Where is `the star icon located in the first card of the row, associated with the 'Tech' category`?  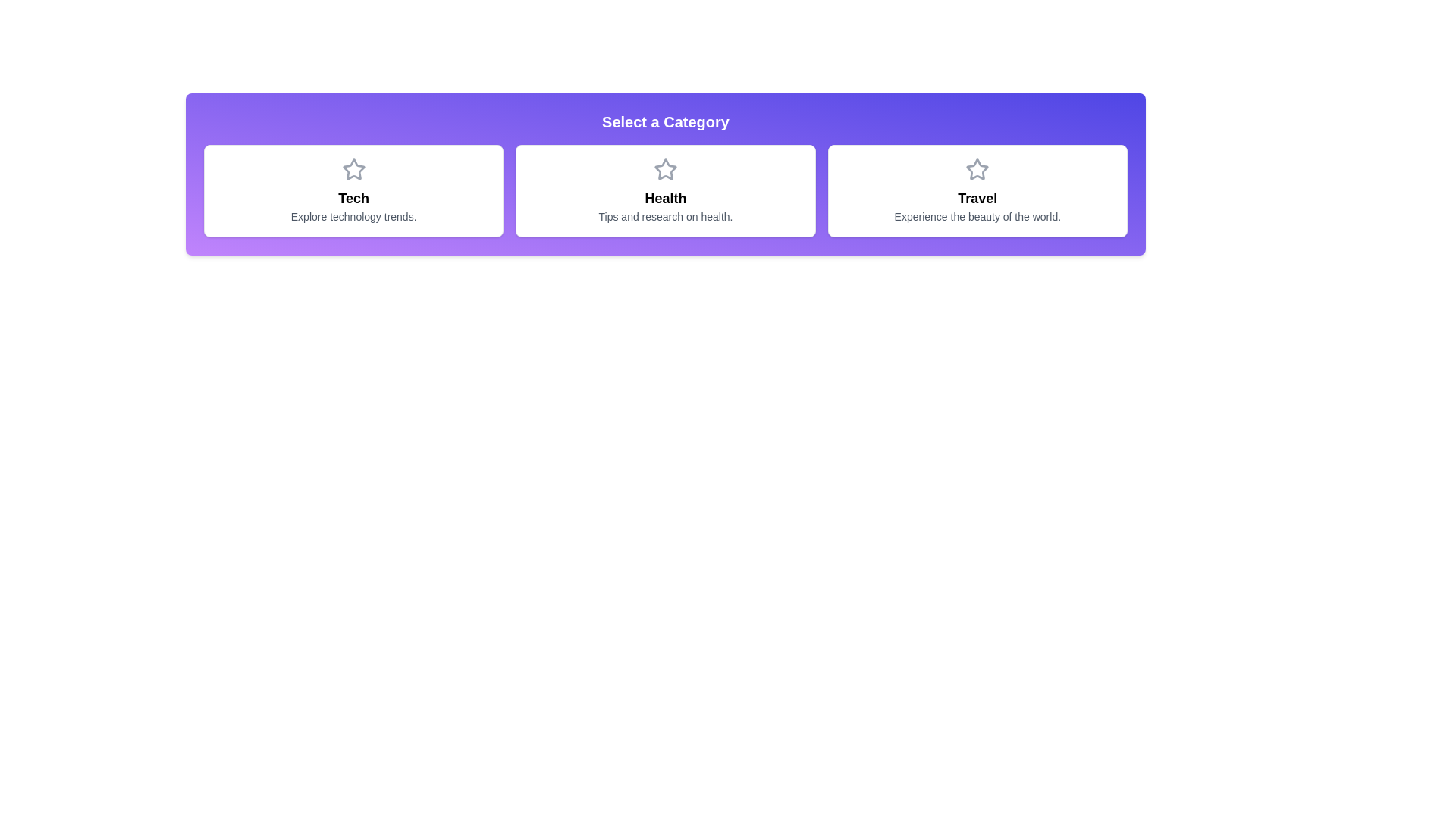 the star icon located in the first card of the row, associated with the 'Tech' category is located at coordinates (353, 169).